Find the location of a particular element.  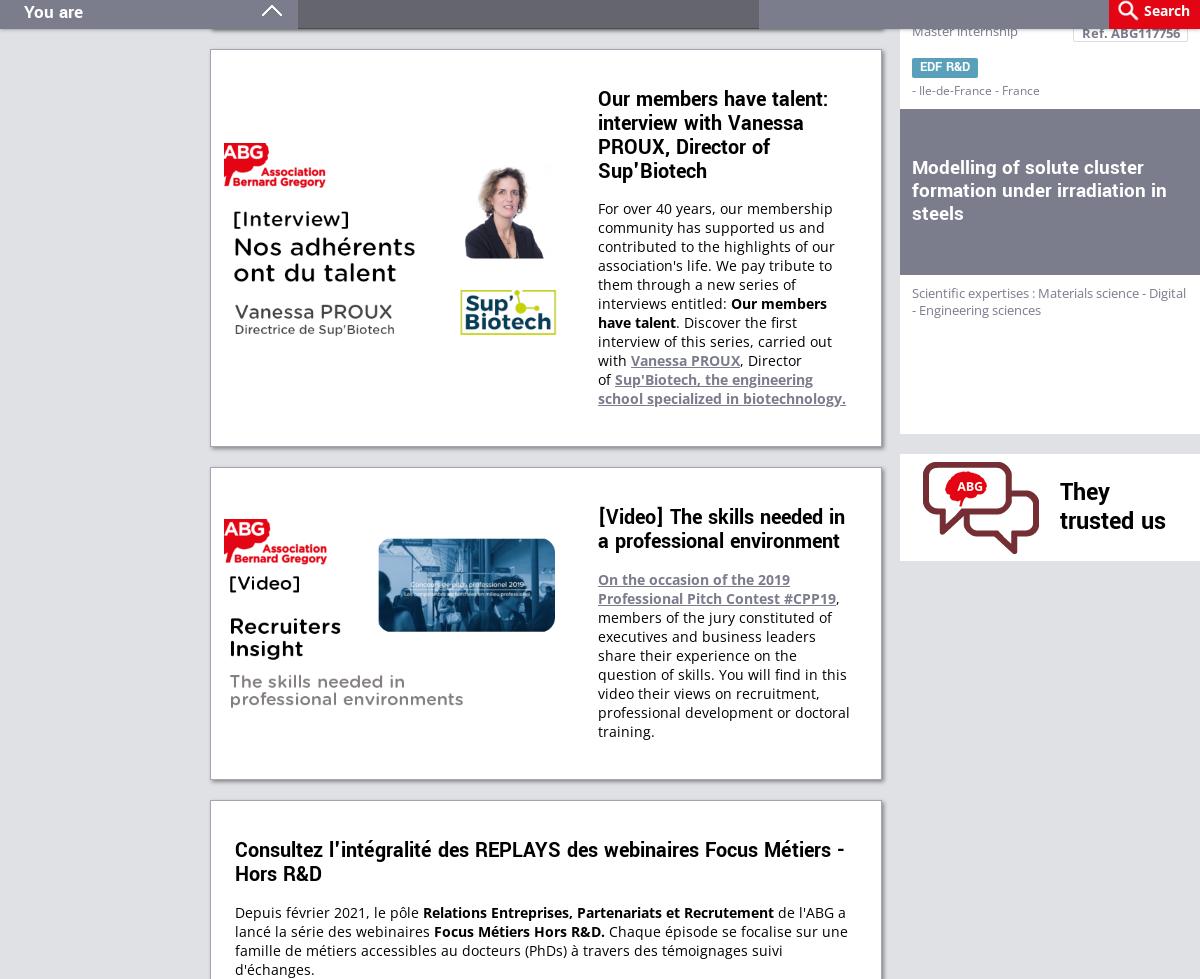

'. Discover the first interview of this series, carried out with' is located at coordinates (714, 341).